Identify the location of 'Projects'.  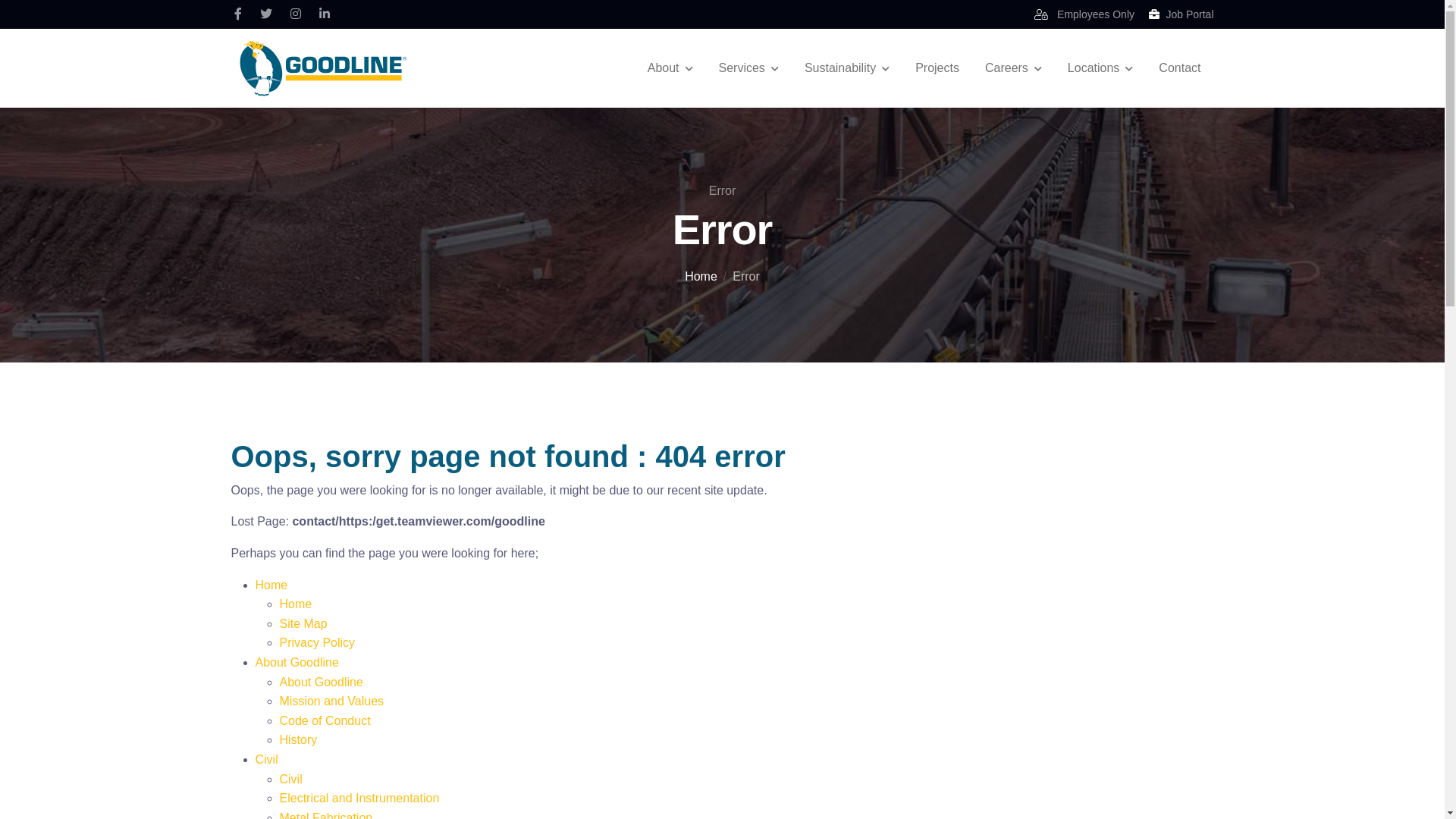
(906, 67).